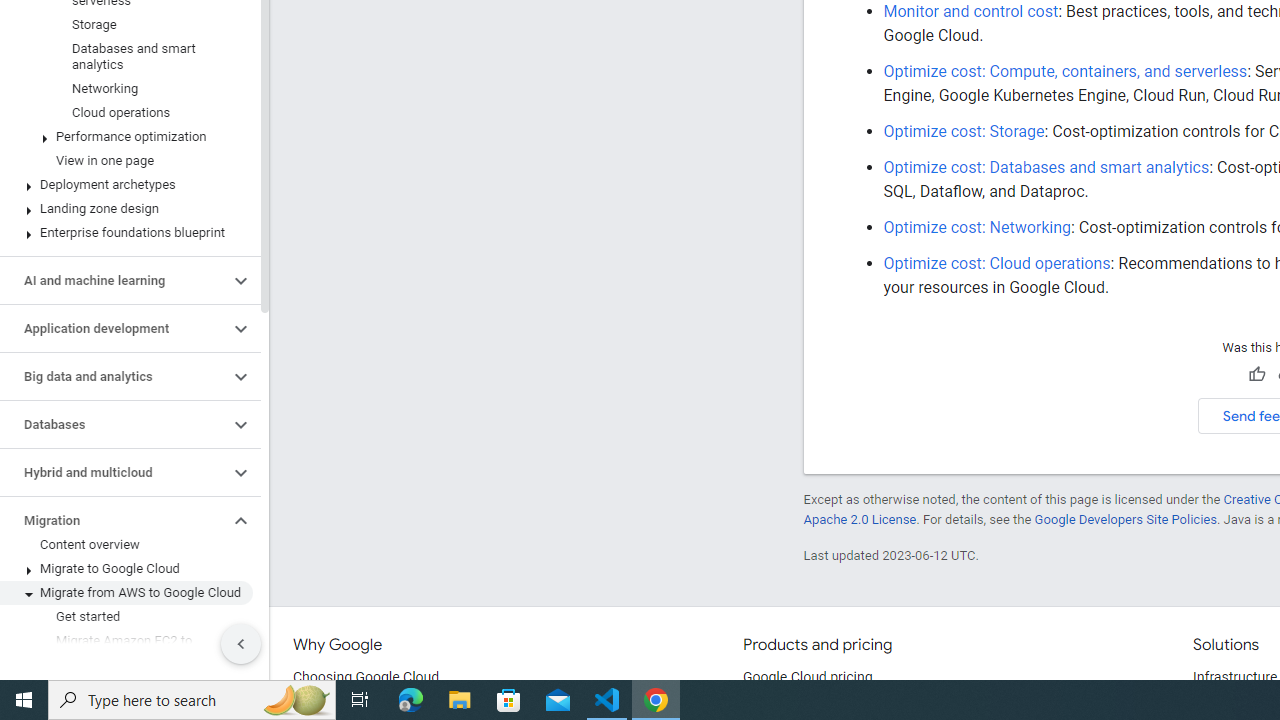  I want to click on 'Storage', so click(125, 24).